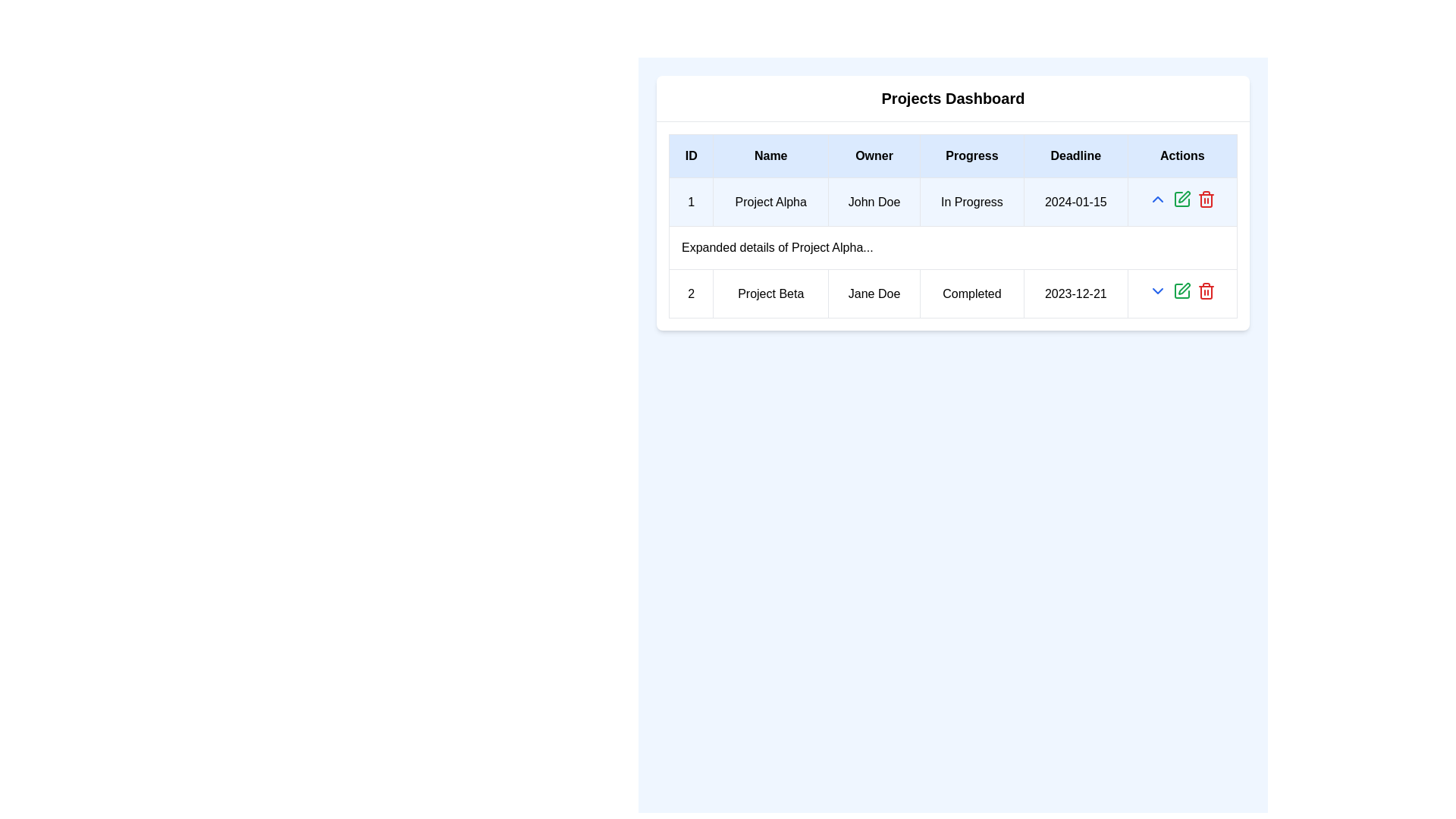 The height and width of the screenshot is (819, 1456). What do you see at coordinates (1181, 293) in the screenshot?
I see `the interactive control group in the 'Actions' column of the second row` at bounding box center [1181, 293].